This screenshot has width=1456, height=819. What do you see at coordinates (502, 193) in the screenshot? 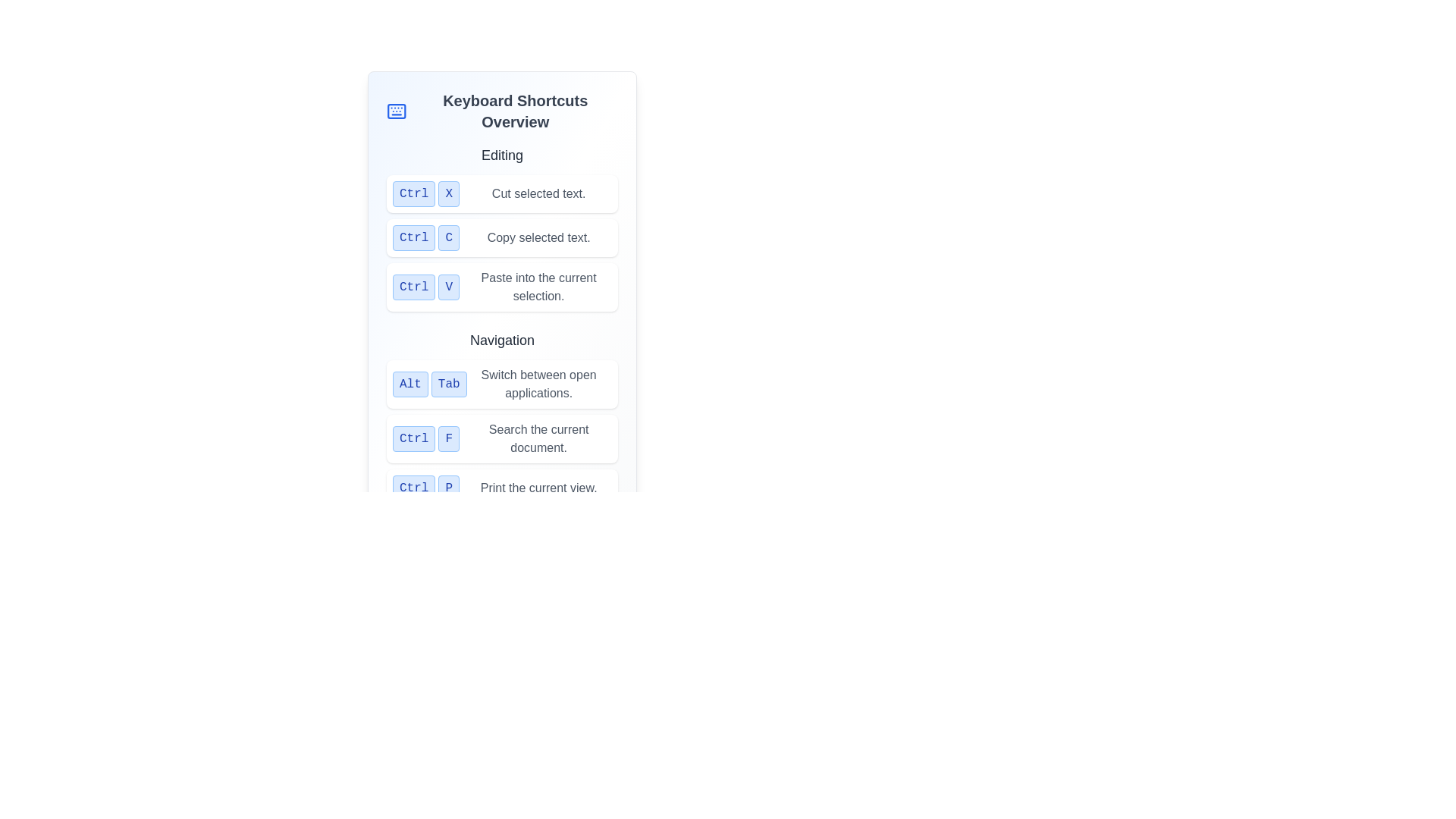
I see `the 'Cut' keyboard shortcut label that instructs users to press 'Ctrl' and 'X' to cut selected text, located in the 'Editing' section of the Keyboard Shortcuts Overview` at bounding box center [502, 193].